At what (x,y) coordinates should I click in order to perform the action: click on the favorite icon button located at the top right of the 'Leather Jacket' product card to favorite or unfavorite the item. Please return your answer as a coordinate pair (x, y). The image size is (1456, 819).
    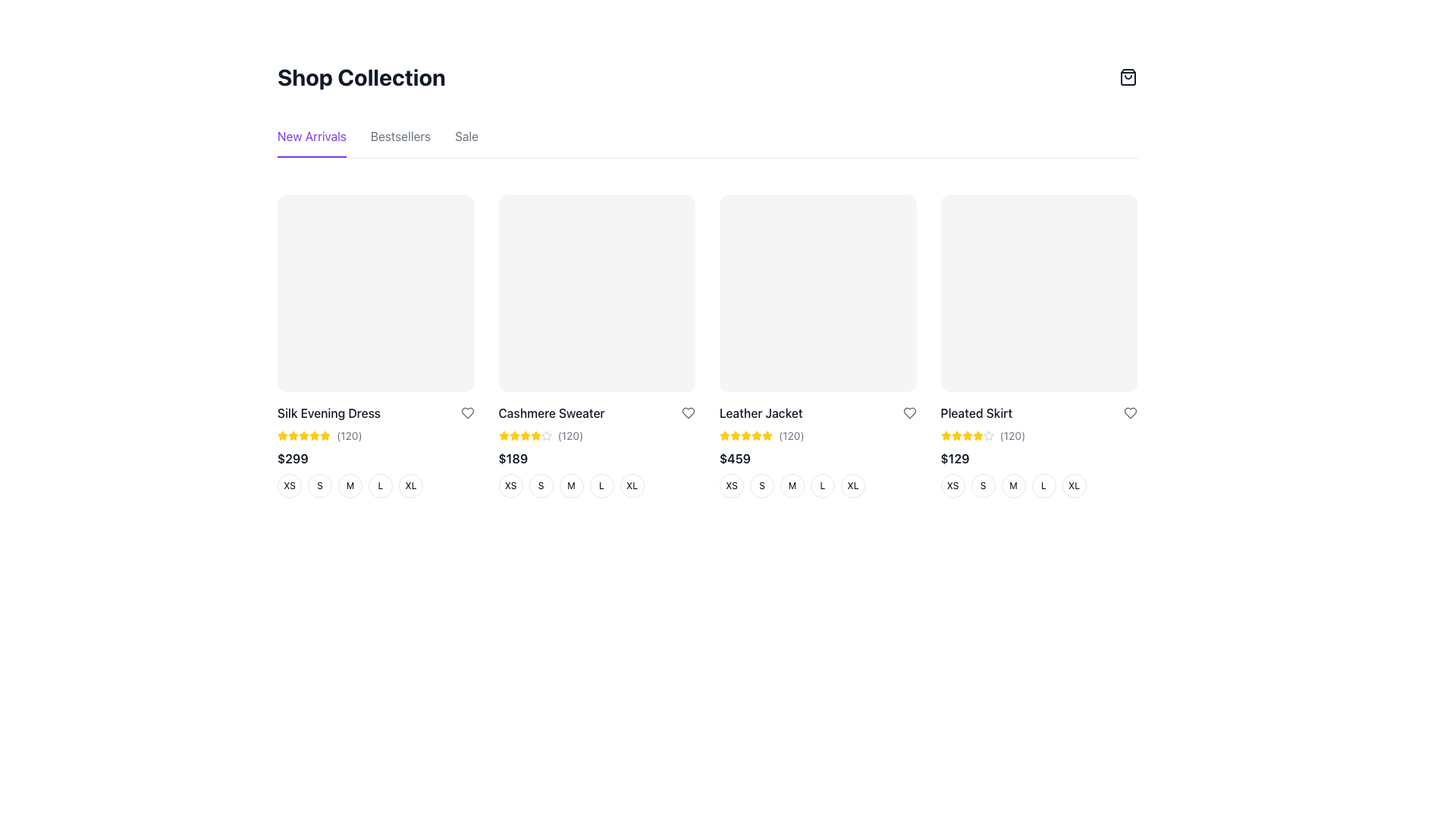
    Looking at the image, I should click on (909, 413).